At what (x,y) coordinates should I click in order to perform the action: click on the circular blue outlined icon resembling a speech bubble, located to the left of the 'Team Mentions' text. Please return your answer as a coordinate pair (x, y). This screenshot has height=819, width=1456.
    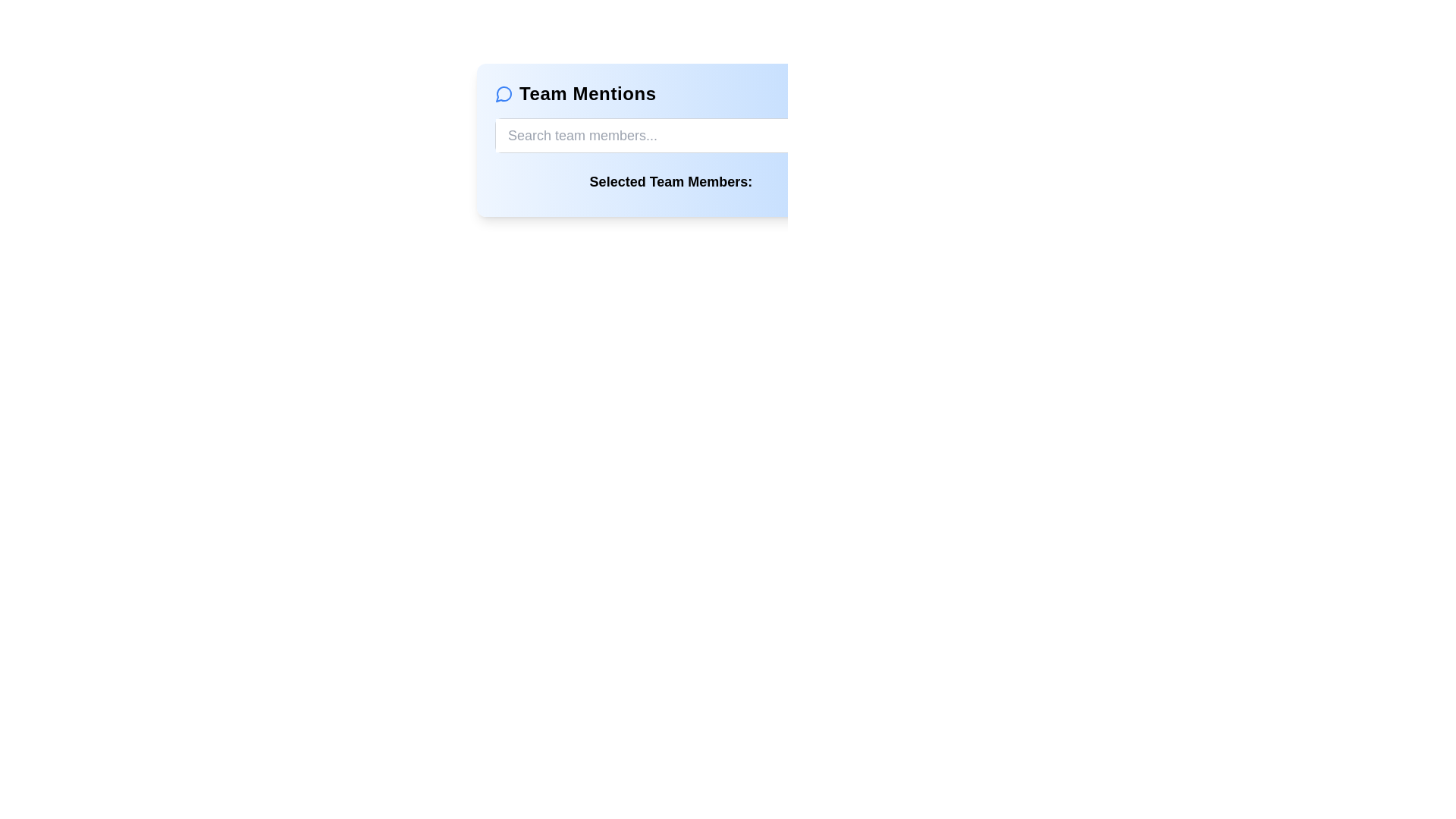
    Looking at the image, I should click on (504, 93).